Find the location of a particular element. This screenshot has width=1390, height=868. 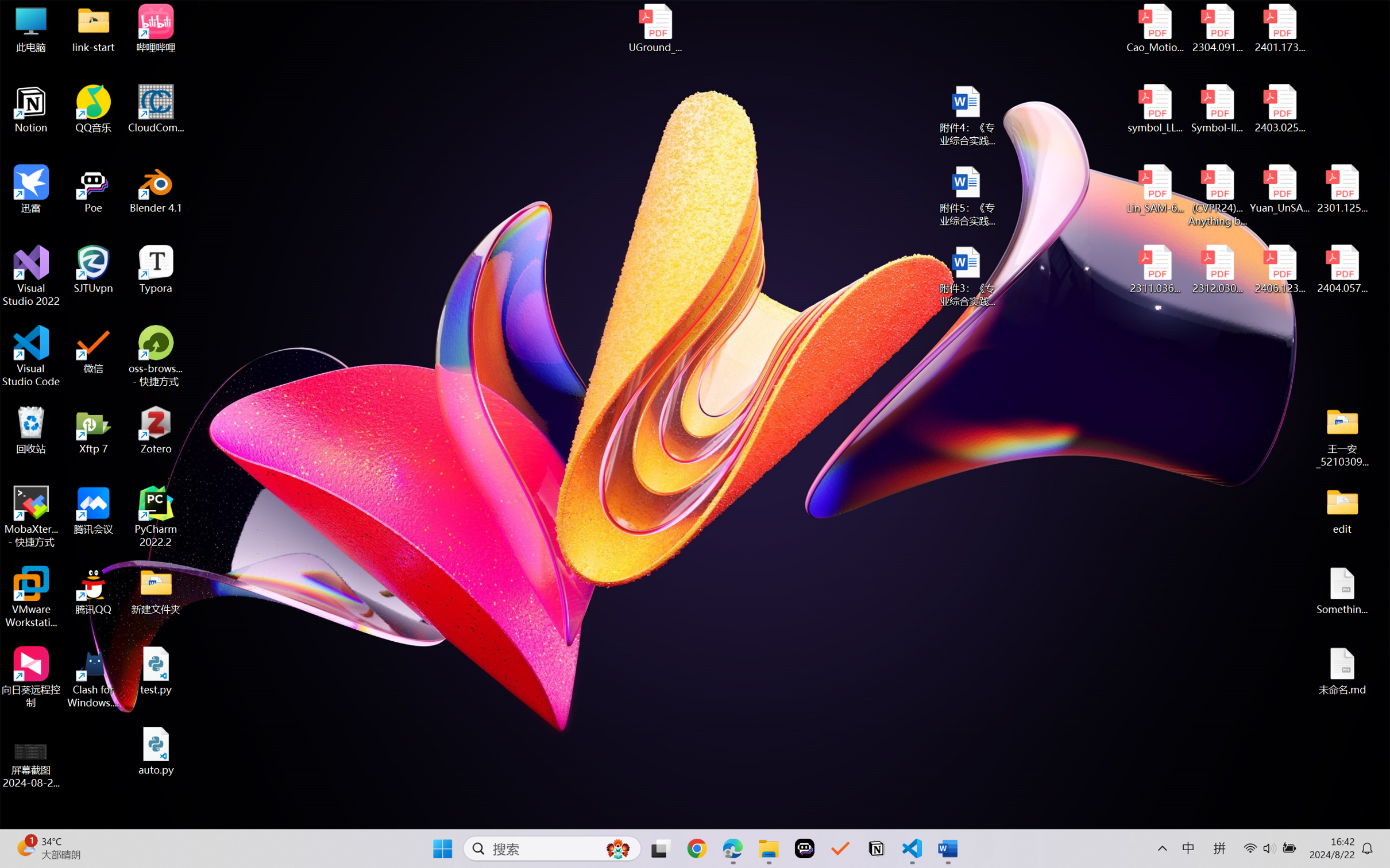

'SJTUvpn' is located at coordinates (94, 269).